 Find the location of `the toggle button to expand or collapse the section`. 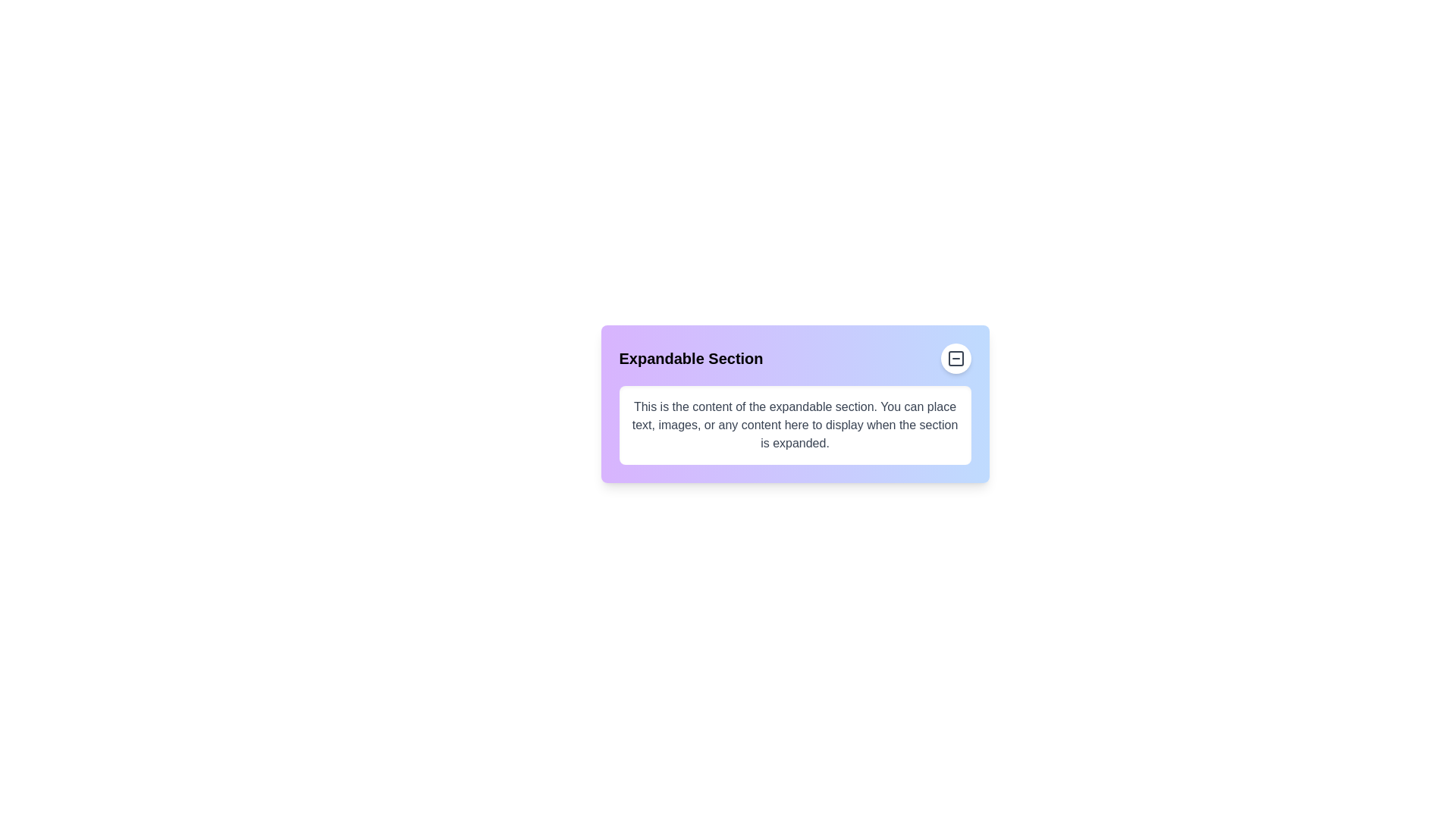

the toggle button to expand or collapse the section is located at coordinates (955, 359).